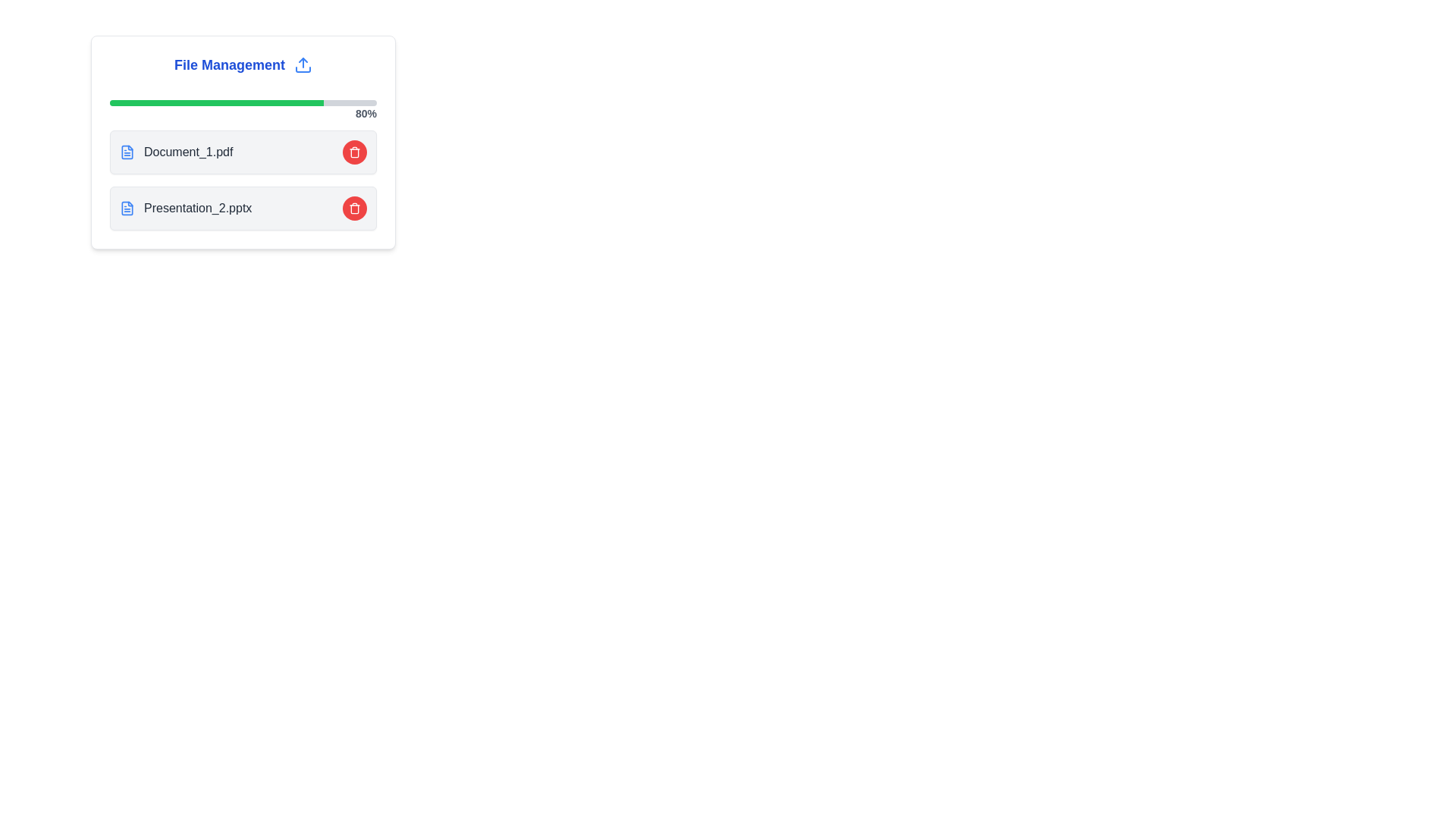  I want to click on the 'delete' button located on the far-right side of the row for 'Document_1.pdf', so click(353, 152).